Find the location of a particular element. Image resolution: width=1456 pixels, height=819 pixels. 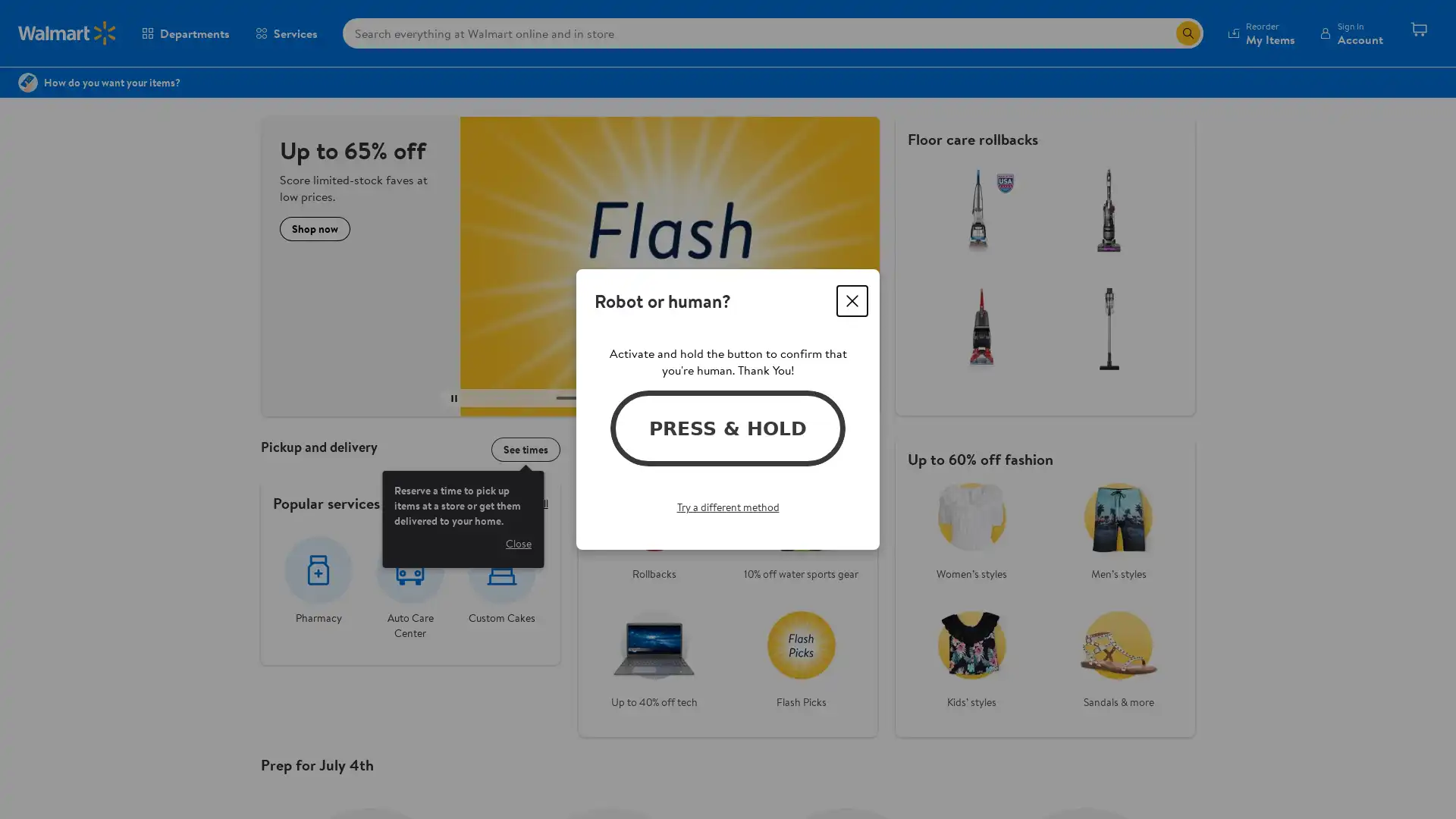

Close dialog is located at coordinates (852, 301).